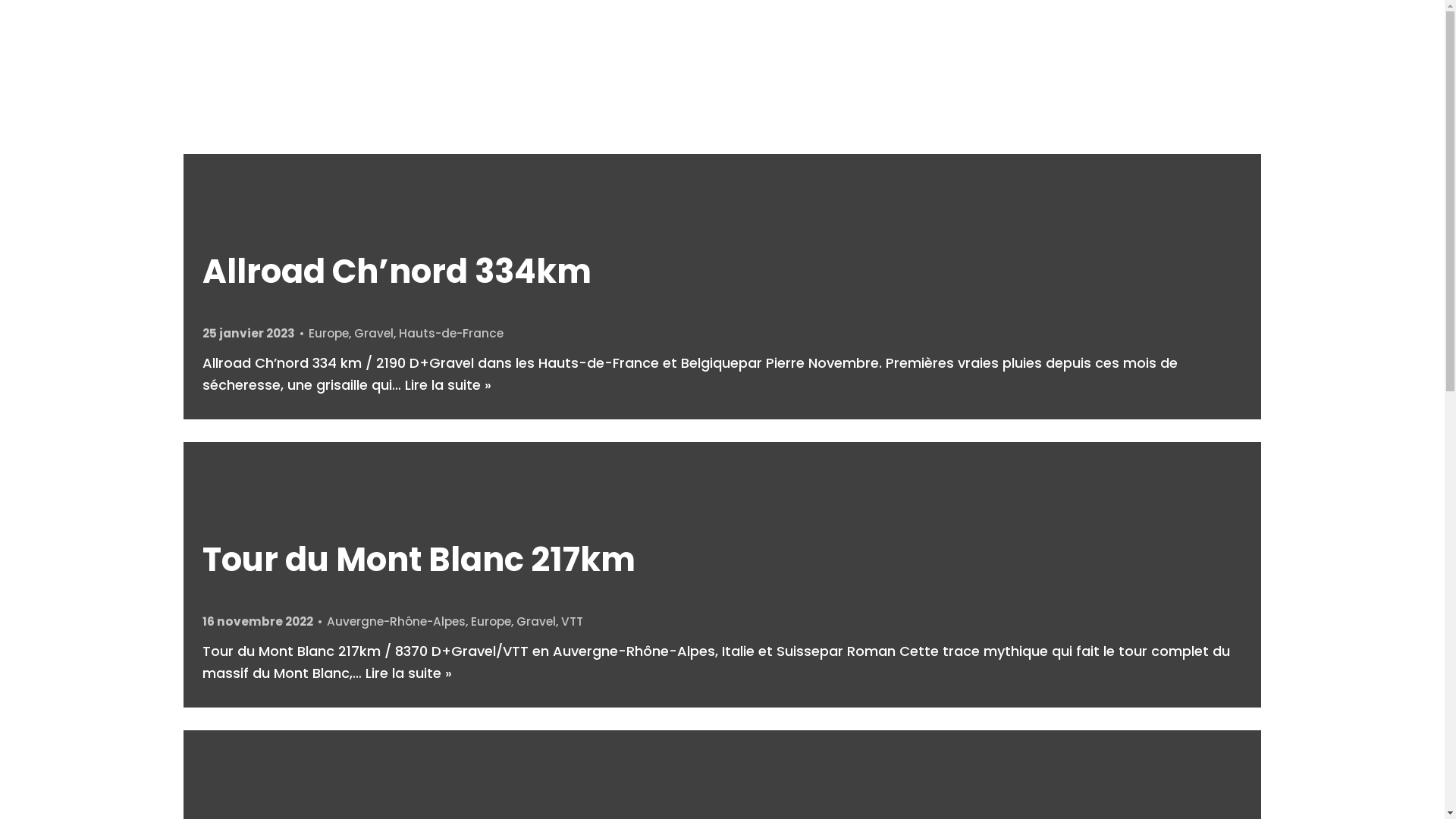 The height and width of the screenshot is (819, 1456). What do you see at coordinates (14, 8) in the screenshot?
I see `'Aller au contenu'` at bounding box center [14, 8].